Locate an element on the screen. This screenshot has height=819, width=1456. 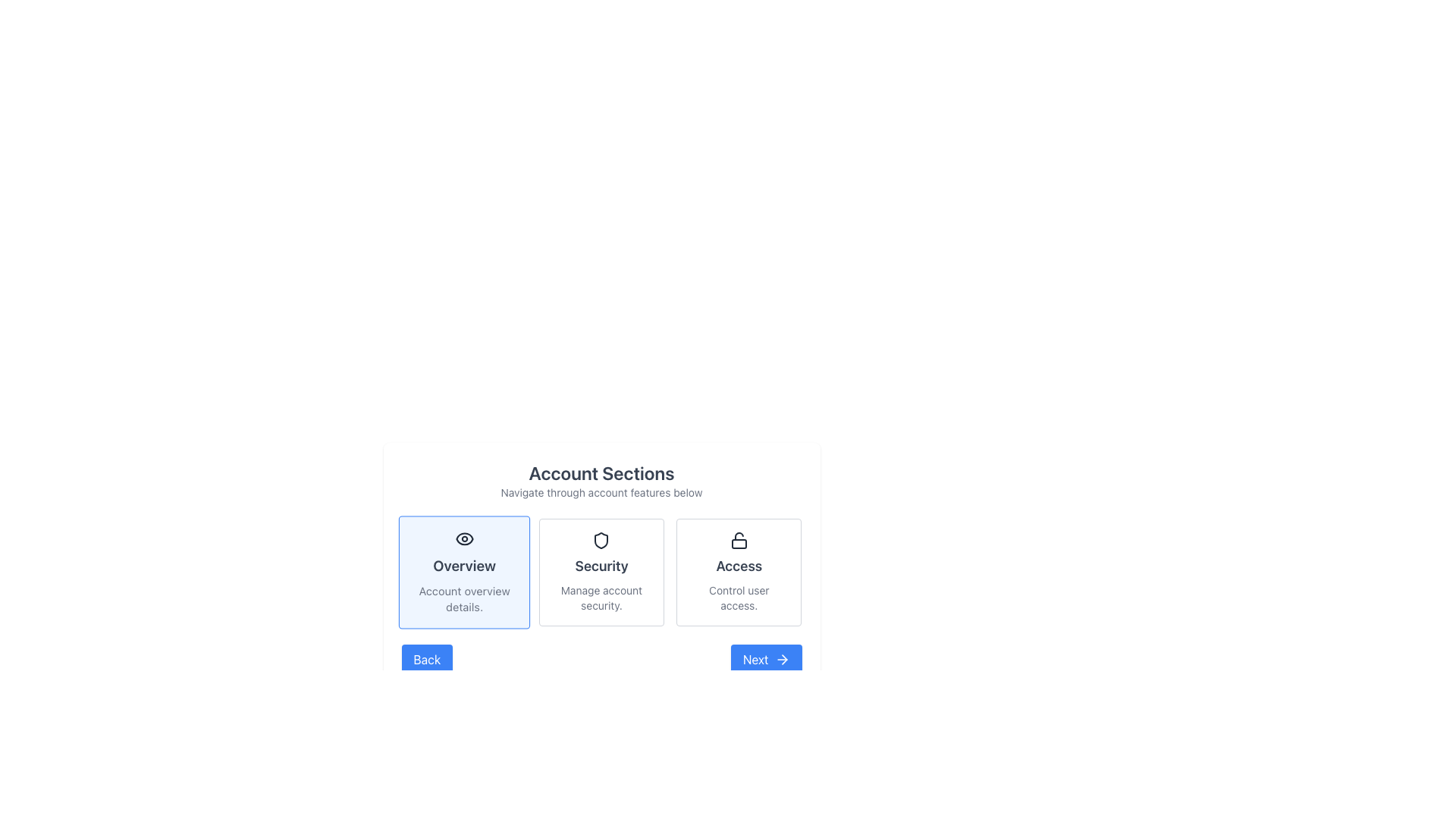
the lower rectangular component of the lock icon within the 'Access' section, which is styled with slightly rounded corners and located at the base of the lock's 'U' shape is located at coordinates (739, 543).